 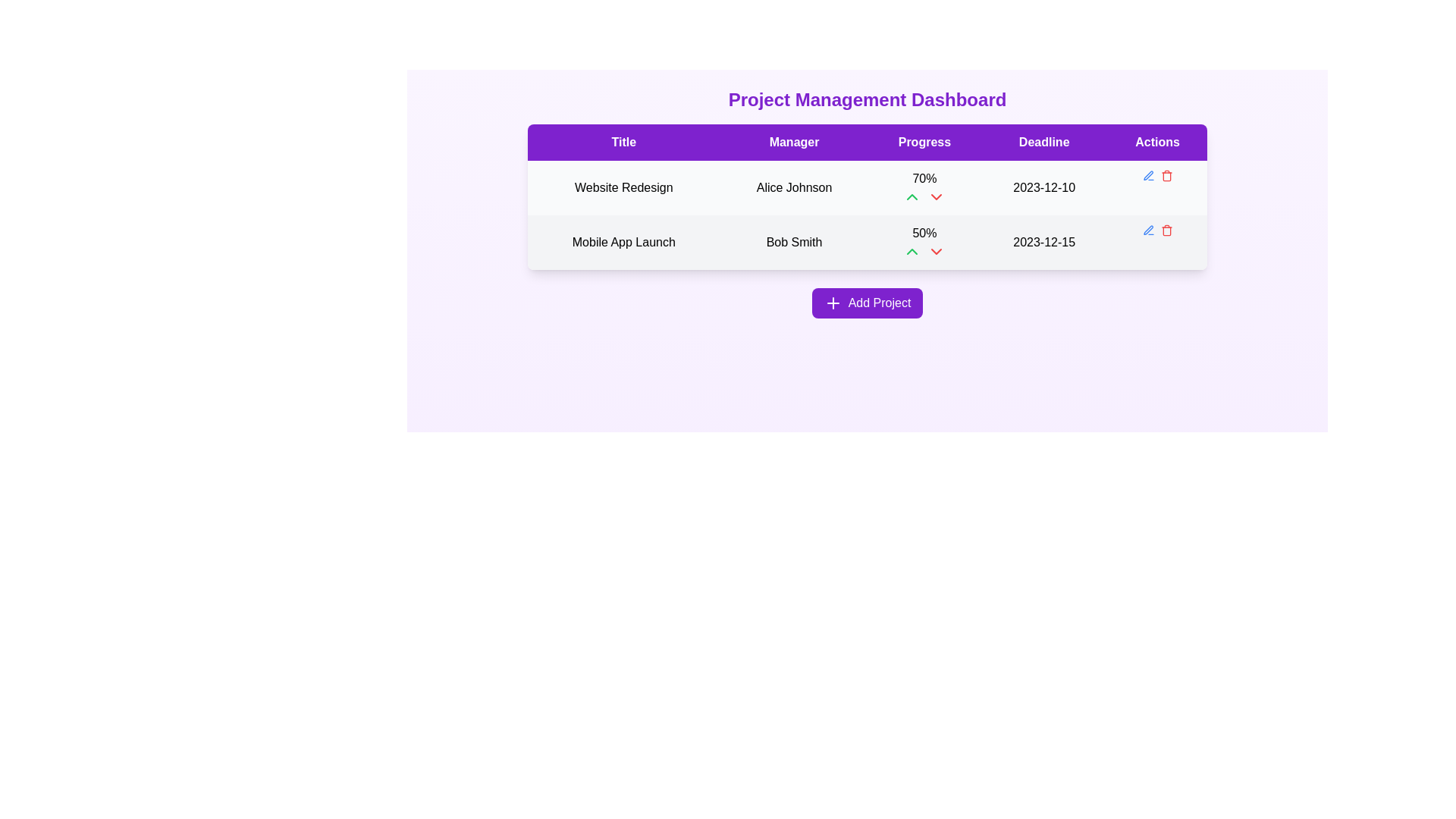 I want to click on the upward-pointing green chevron icon in the 'Progress' column of the second row, so click(x=912, y=250).